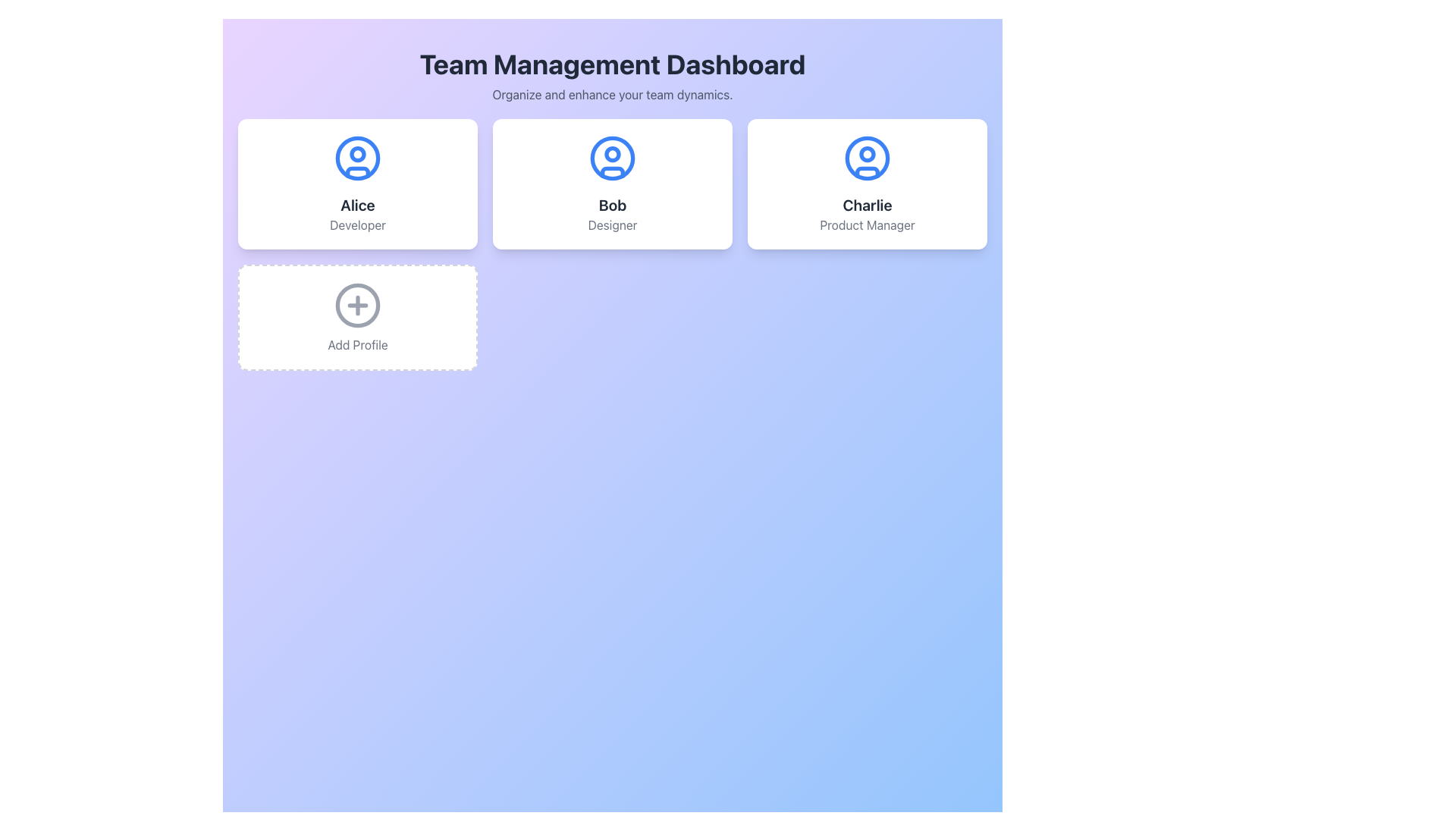 This screenshot has height=819, width=1456. What do you see at coordinates (612, 63) in the screenshot?
I see `the 'Team Management Dashboard' text element, which is a large, bold heading located at the top center of the interface` at bounding box center [612, 63].